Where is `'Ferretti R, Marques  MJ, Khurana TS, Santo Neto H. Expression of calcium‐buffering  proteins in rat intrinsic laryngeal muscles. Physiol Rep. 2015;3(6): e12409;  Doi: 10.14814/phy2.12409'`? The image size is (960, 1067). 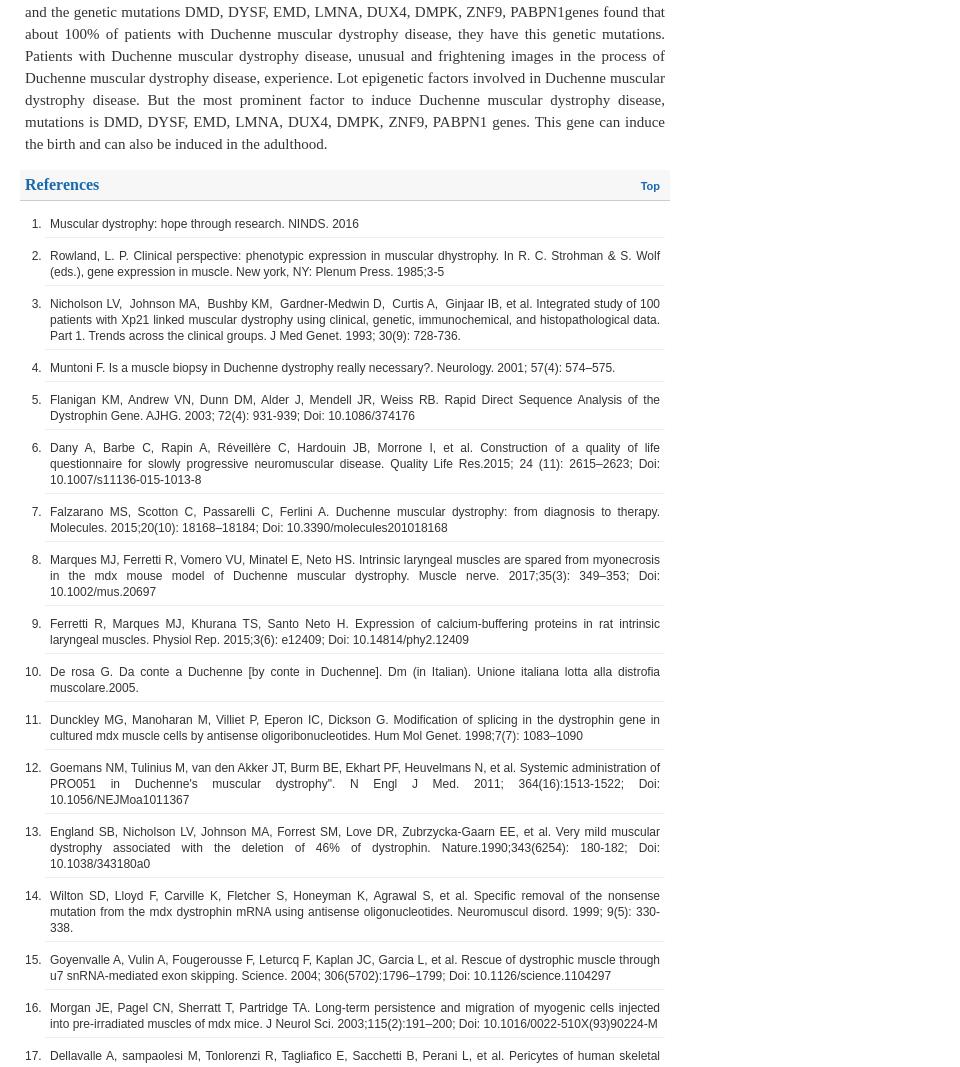 'Ferretti R, Marques  MJ, Khurana TS, Santo Neto H. Expression of calcium‐buffering  proteins in rat intrinsic laryngeal muscles. Physiol Rep. 2015;3(6): e12409;  Doi: 10.14814/phy2.12409' is located at coordinates (355, 631).